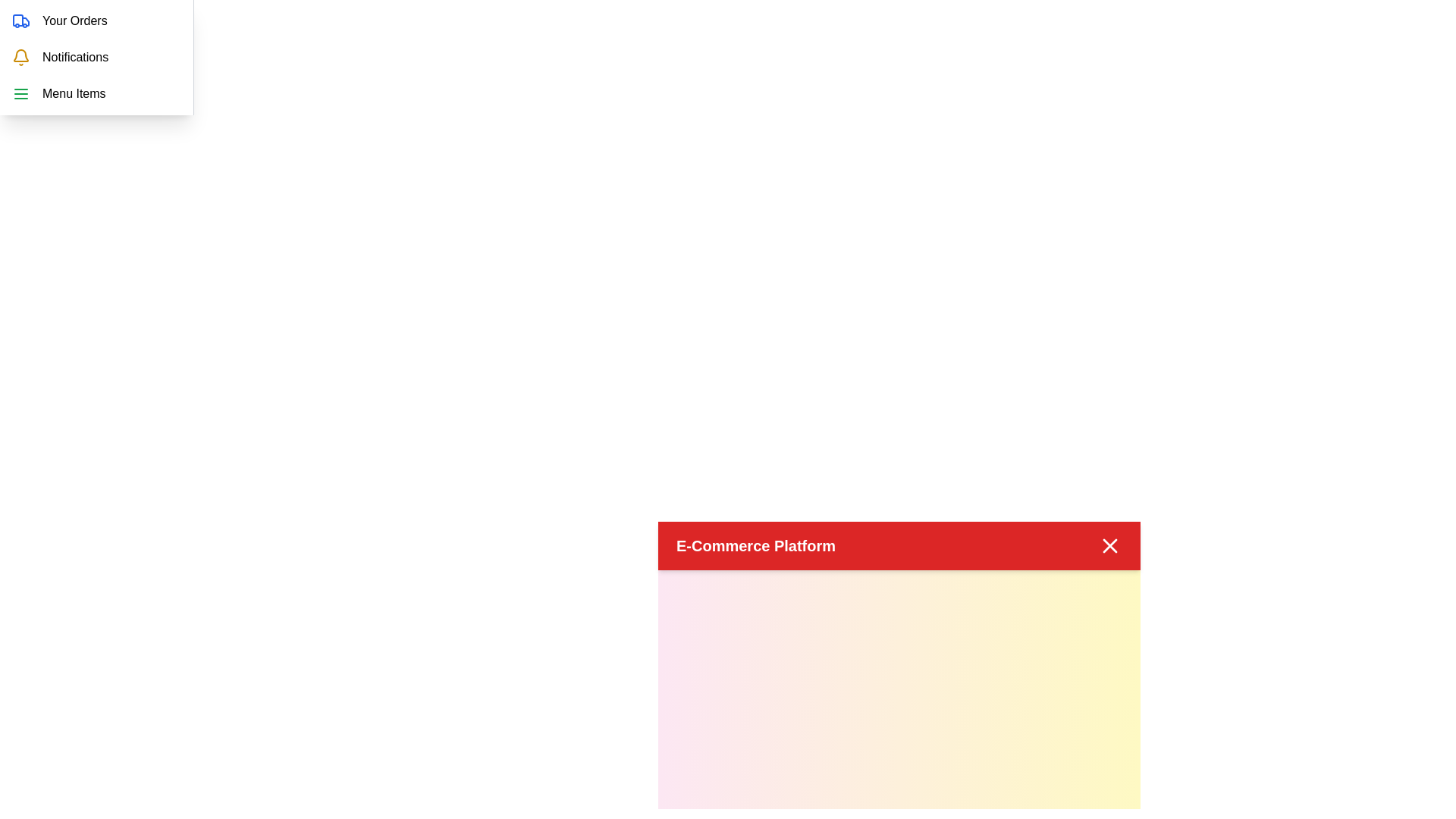  What do you see at coordinates (21, 55) in the screenshot?
I see `the yellow bell-shaped icon used for notifications, which is the second item in a vertical list of three elements` at bounding box center [21, 55].